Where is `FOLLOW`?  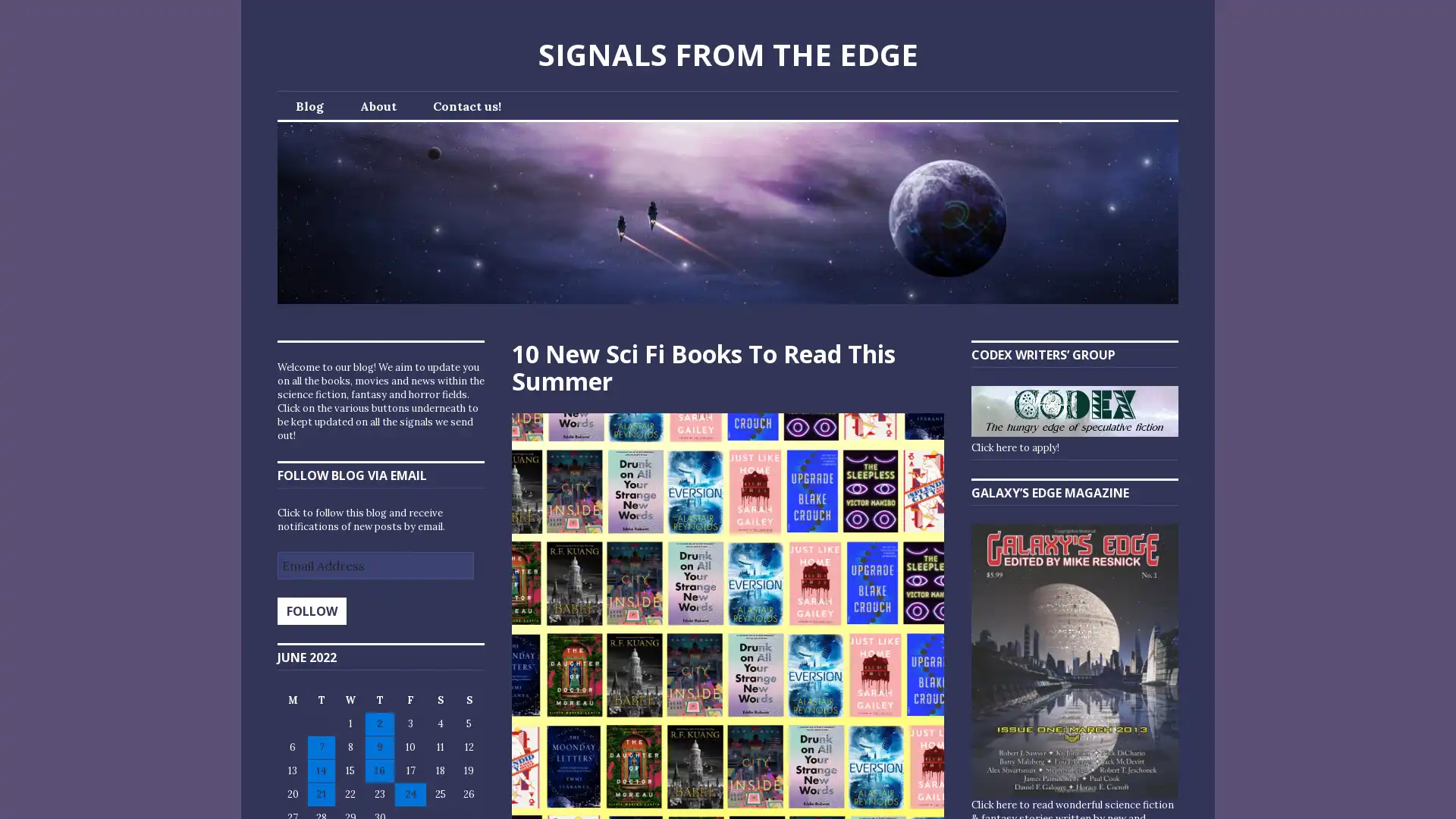 FOLLOW is located at coordinates (311, 610).